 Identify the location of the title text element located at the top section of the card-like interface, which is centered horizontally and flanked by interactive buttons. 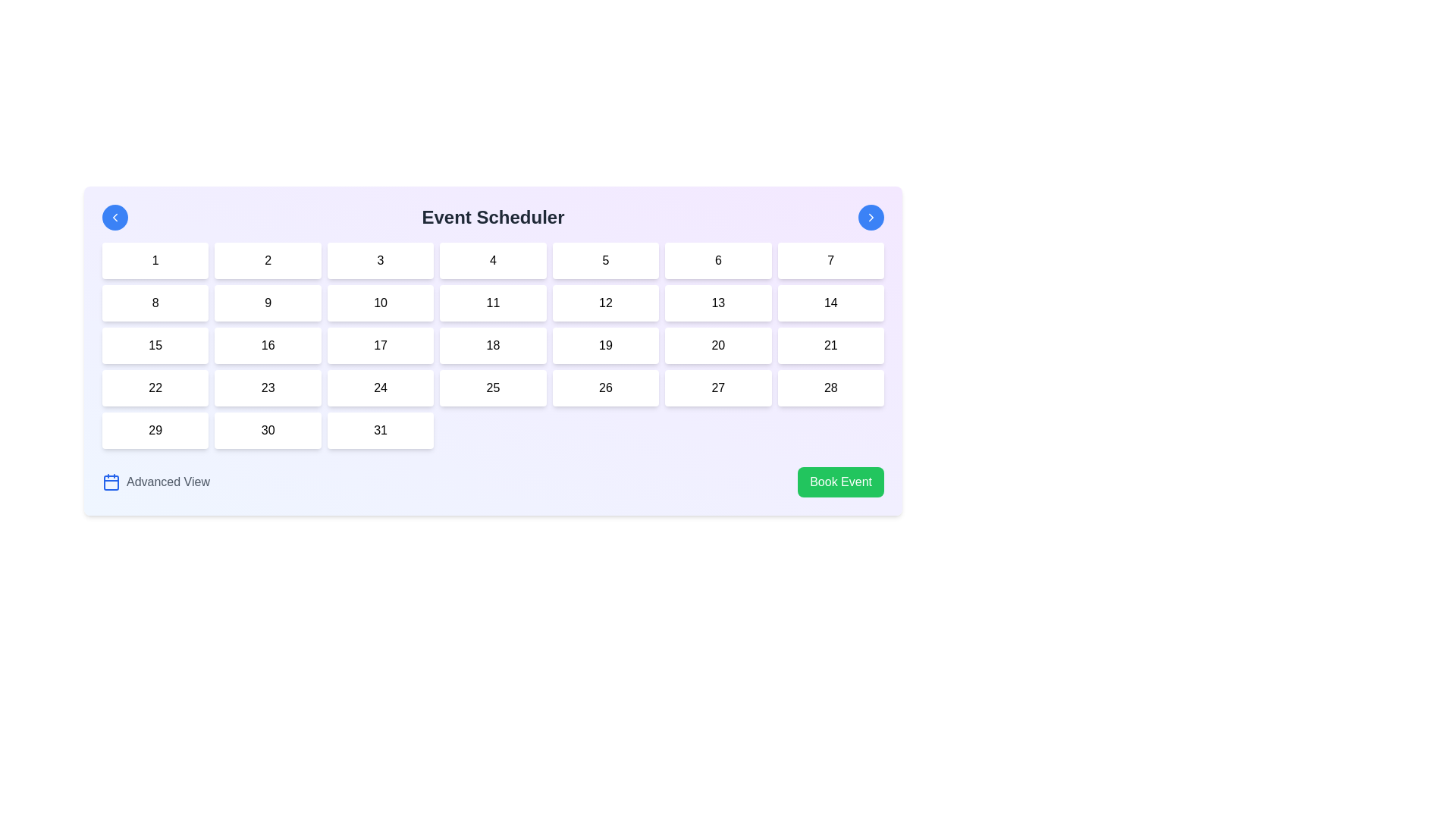
(493, 217).